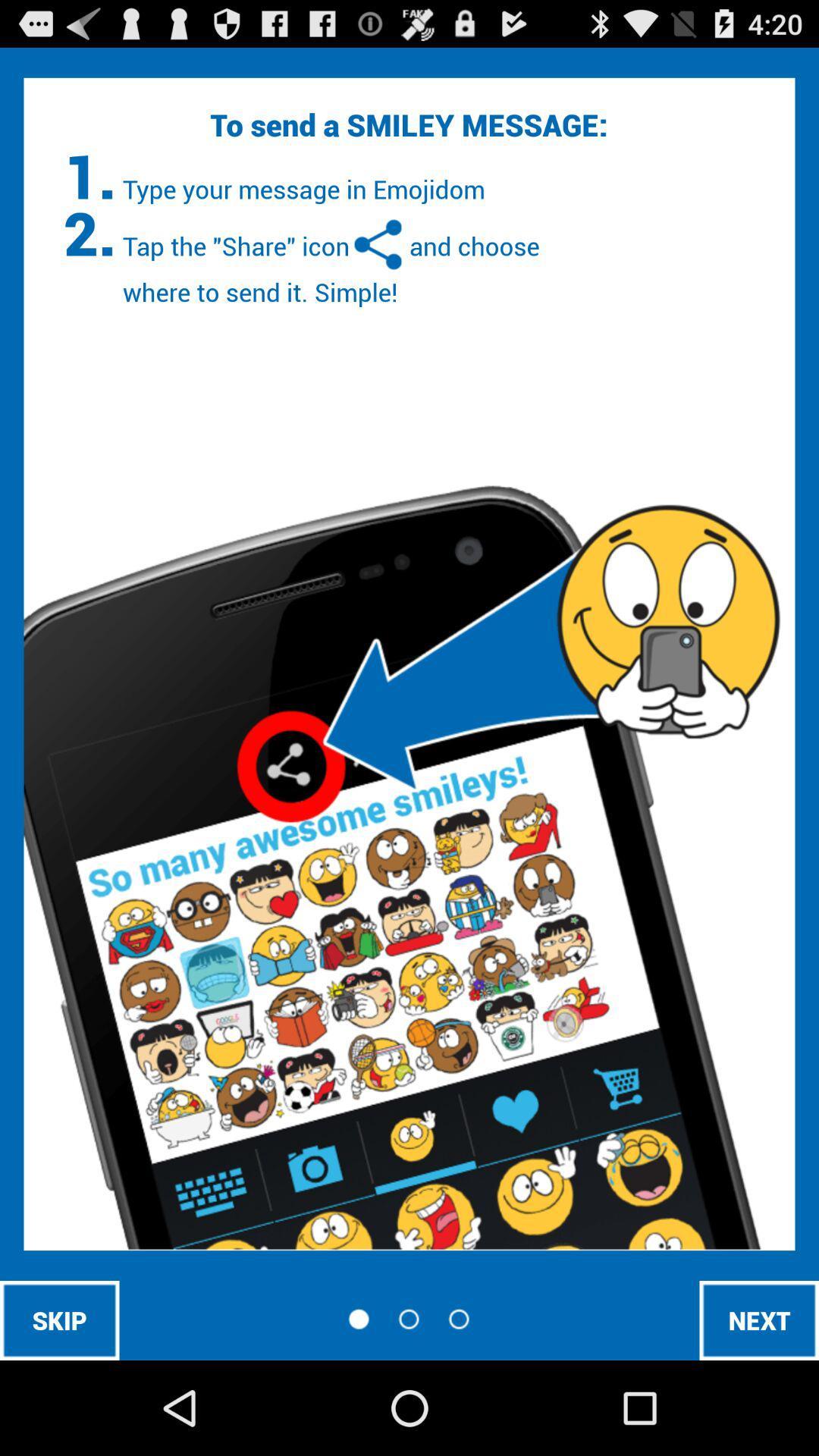 This screenshot has height=1456, width=819. I want to click on the skip, so click(58, 1319).